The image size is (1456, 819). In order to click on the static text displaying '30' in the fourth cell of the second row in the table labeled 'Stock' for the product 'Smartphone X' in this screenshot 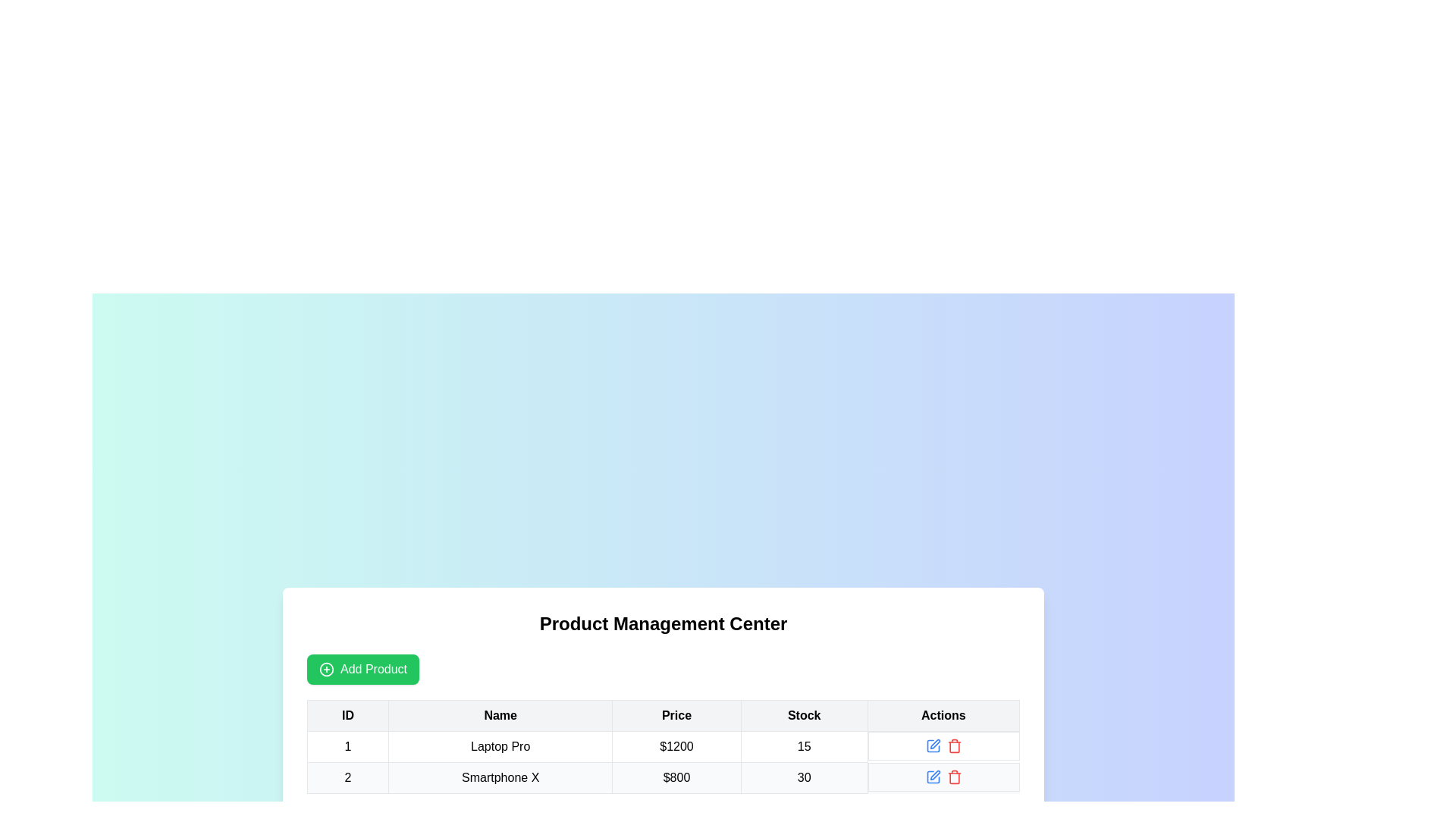, I will do `click(803, 778)`.